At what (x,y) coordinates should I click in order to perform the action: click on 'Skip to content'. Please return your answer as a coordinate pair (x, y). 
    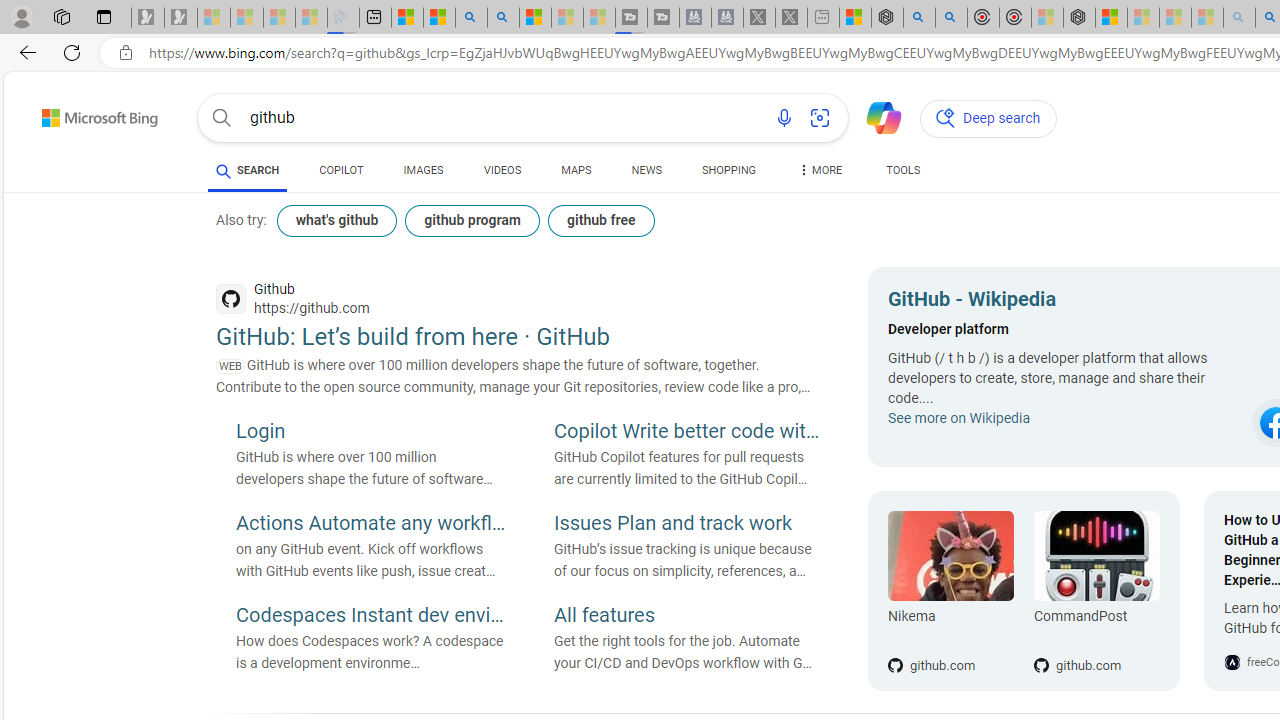
    Looking at the image, I should click on (64, 111).